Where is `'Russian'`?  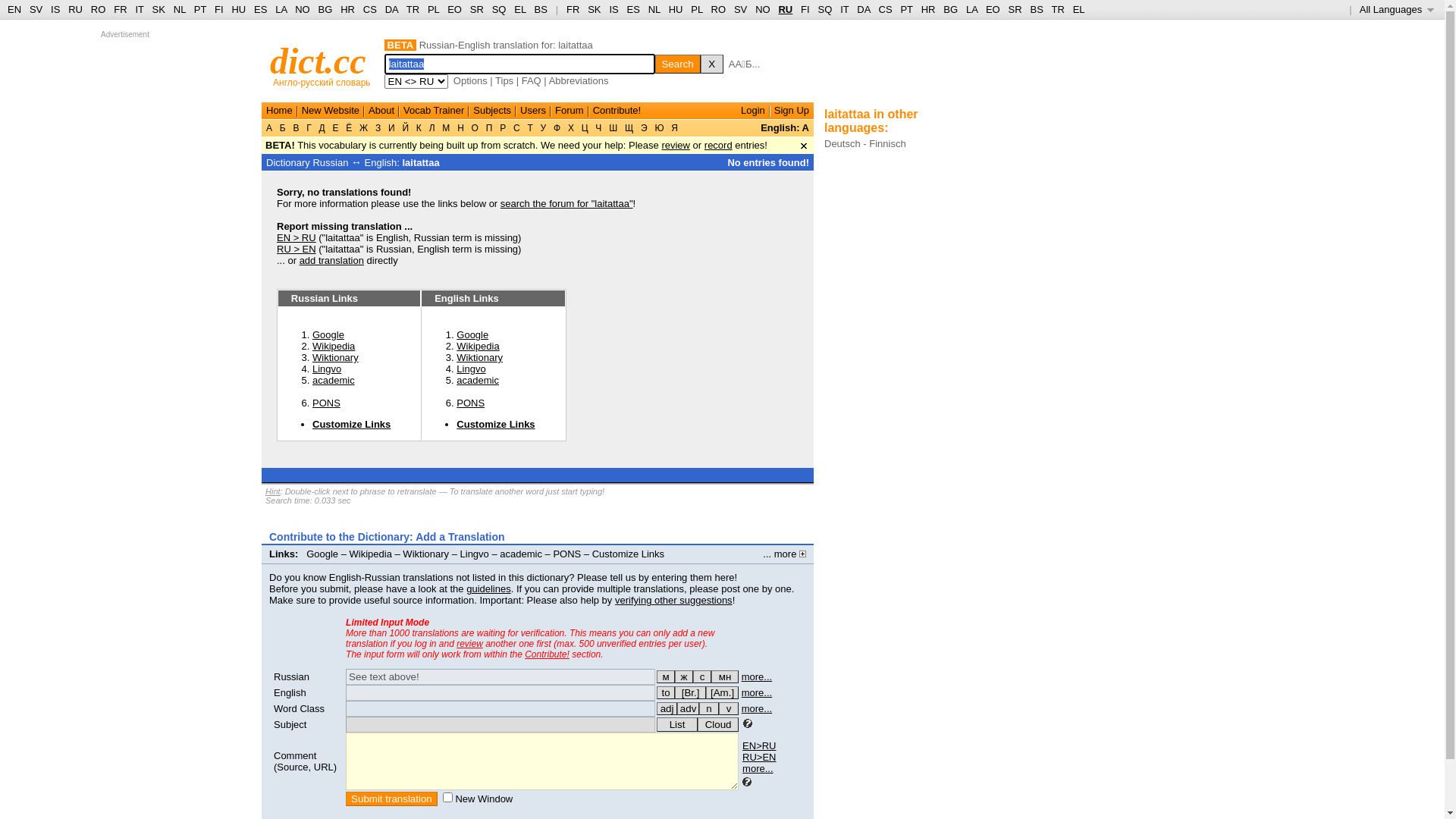
'Russian' is located at coordinates (291, 676).